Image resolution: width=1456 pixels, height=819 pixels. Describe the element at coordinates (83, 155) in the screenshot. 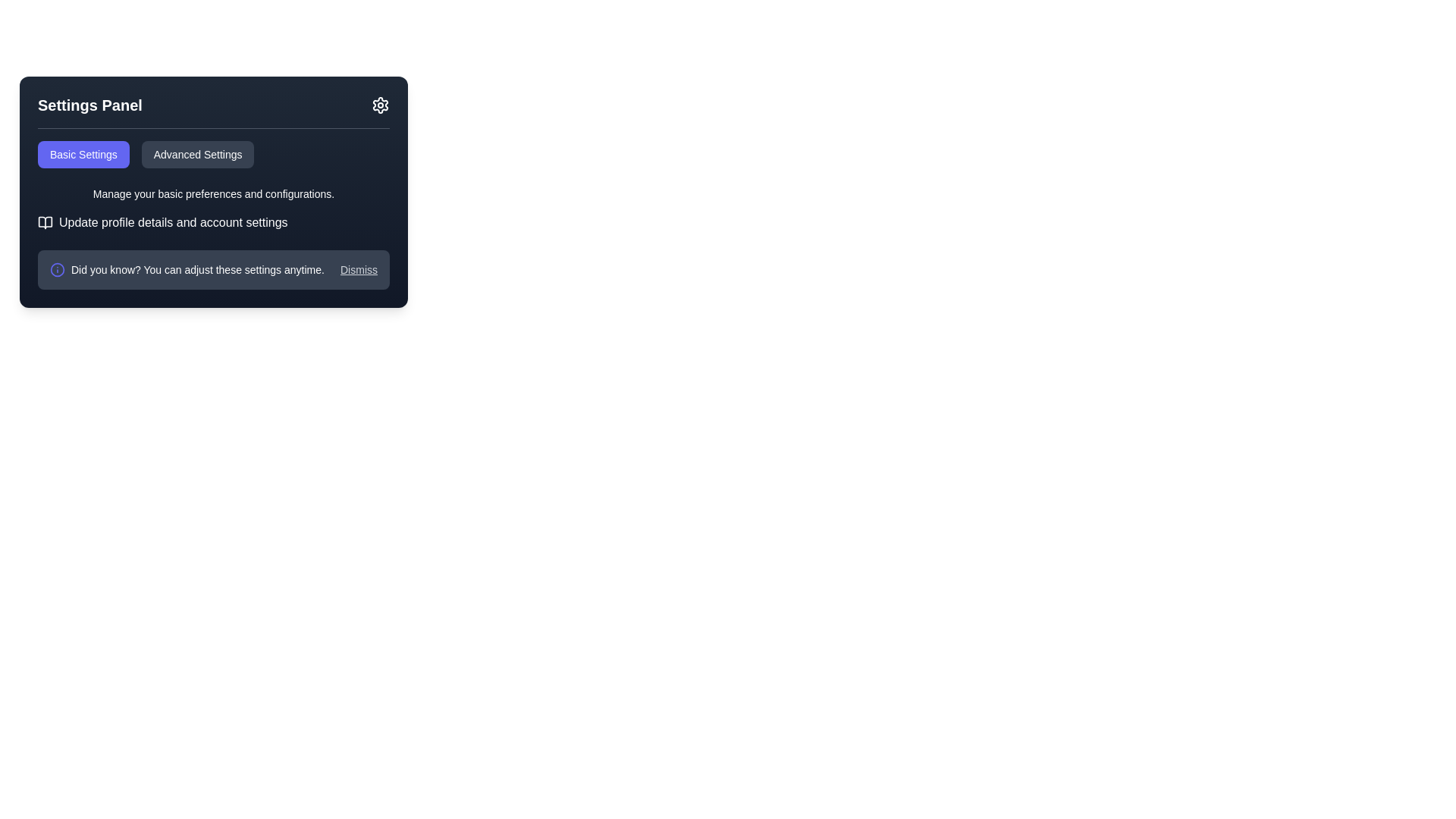

I see `the 'Basic Settings' button, which is a rectangular button with a rounded border, purple-blue background, and white text` at that location.